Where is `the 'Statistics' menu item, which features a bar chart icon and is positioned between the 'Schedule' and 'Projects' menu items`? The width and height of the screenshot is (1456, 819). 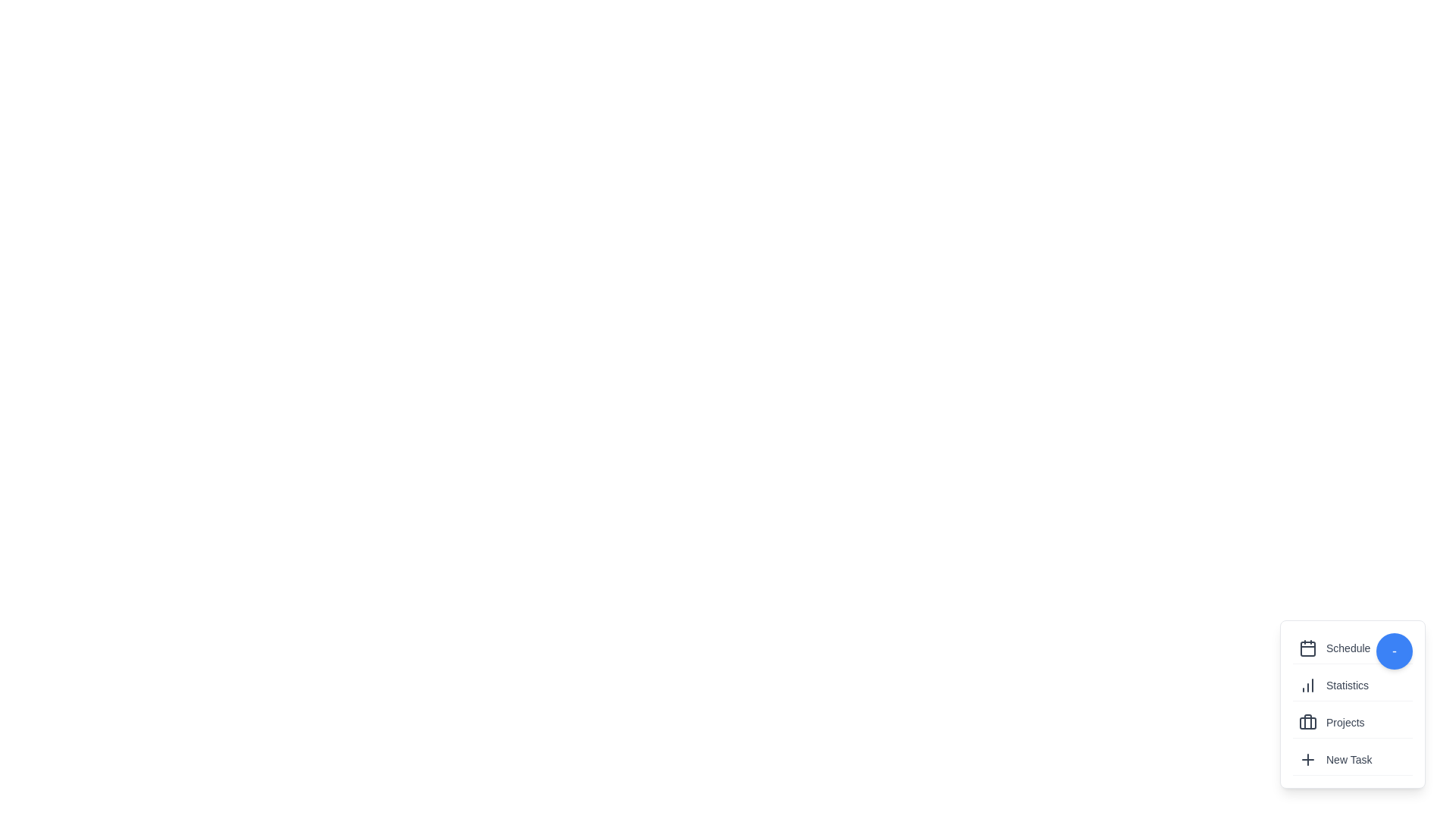 the 'Statistics' menu item, which features a bar chart icon and is positioned between the 'Schedule' and 'Projects' menu items is located at coordinates (1353, 685).